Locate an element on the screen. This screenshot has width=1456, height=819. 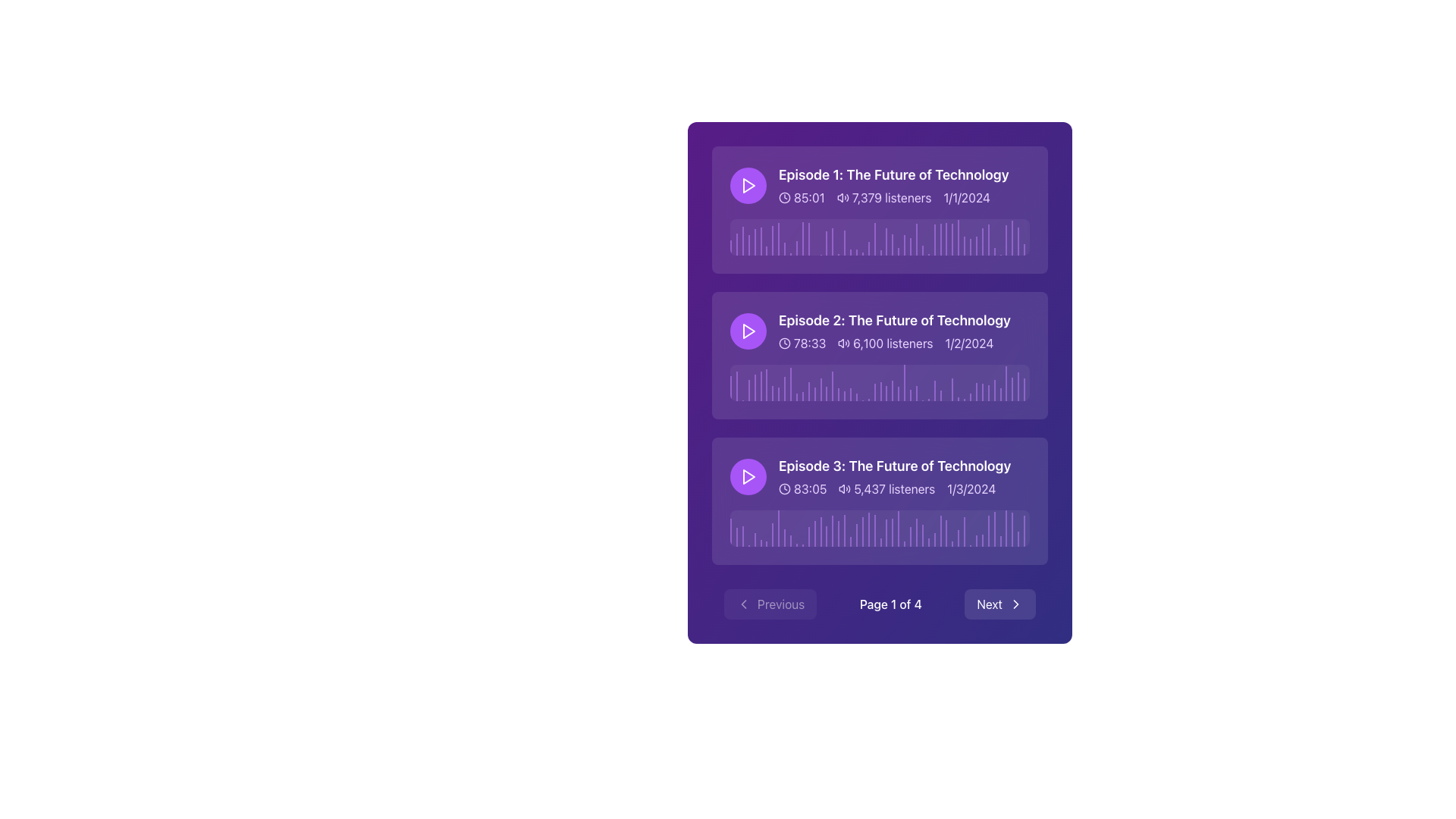
the progress indicator bar, a thin vertical purple bar located at the bottom of the waveform display for 'Episode 3: The Future of Technology' is located at coordinates (808, 535).